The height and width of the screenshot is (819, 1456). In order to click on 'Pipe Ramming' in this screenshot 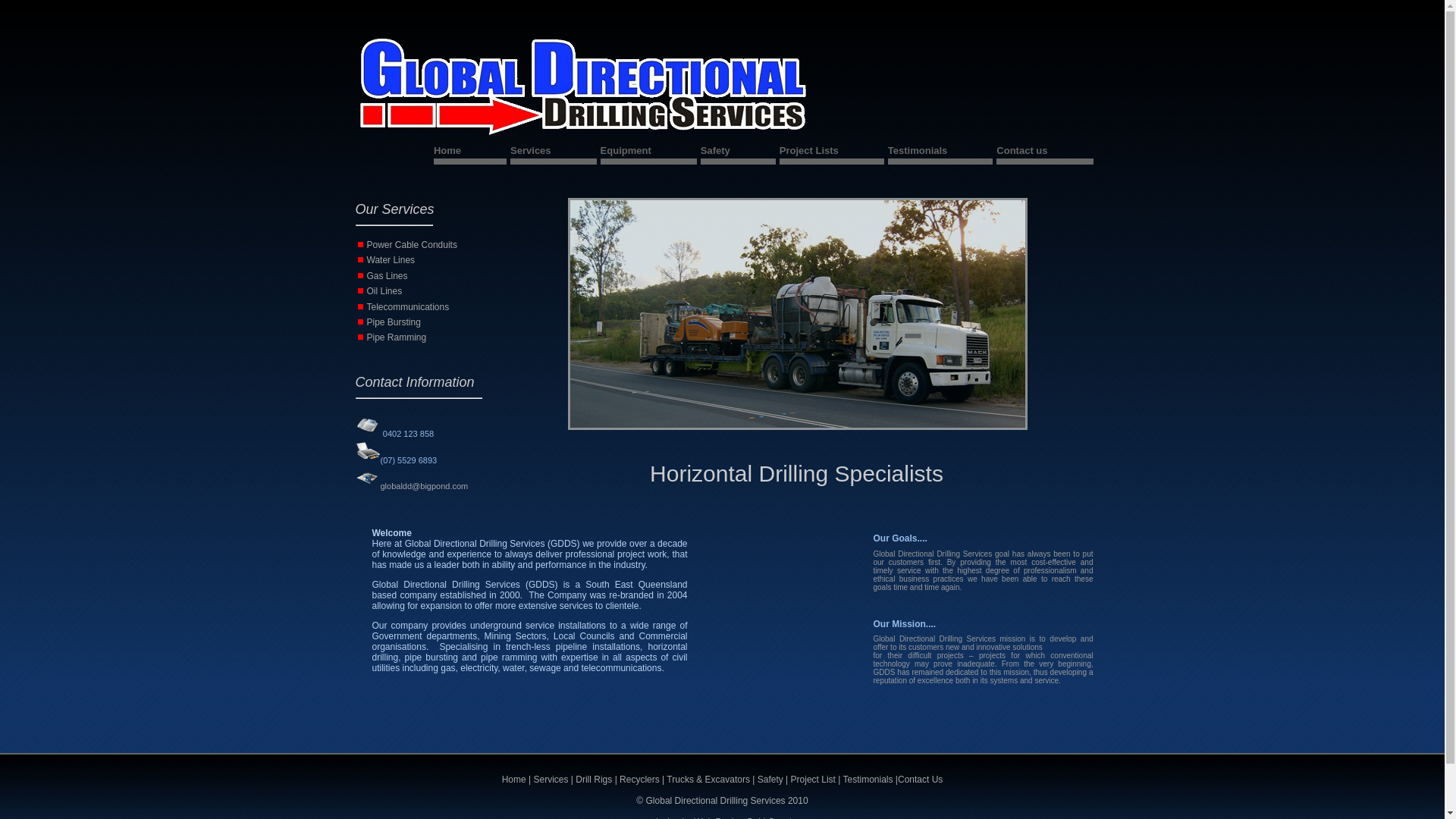, I will do `click(397, 336)`.